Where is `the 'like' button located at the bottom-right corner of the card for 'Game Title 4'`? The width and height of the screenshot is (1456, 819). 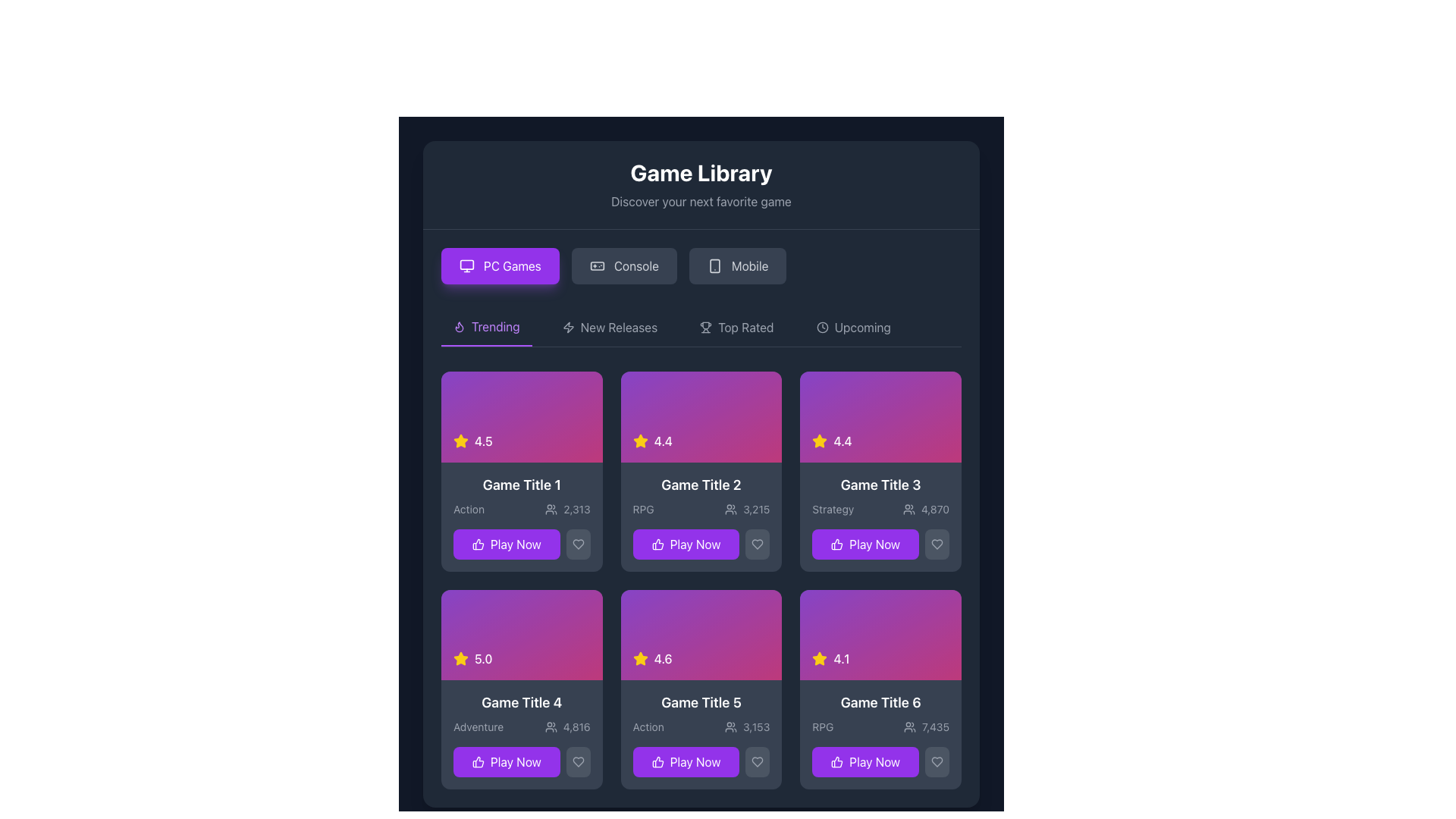 the 'like' button located at the bottom-right corner of the card for 'Game Title 4' is located at coordinates (577, 762).